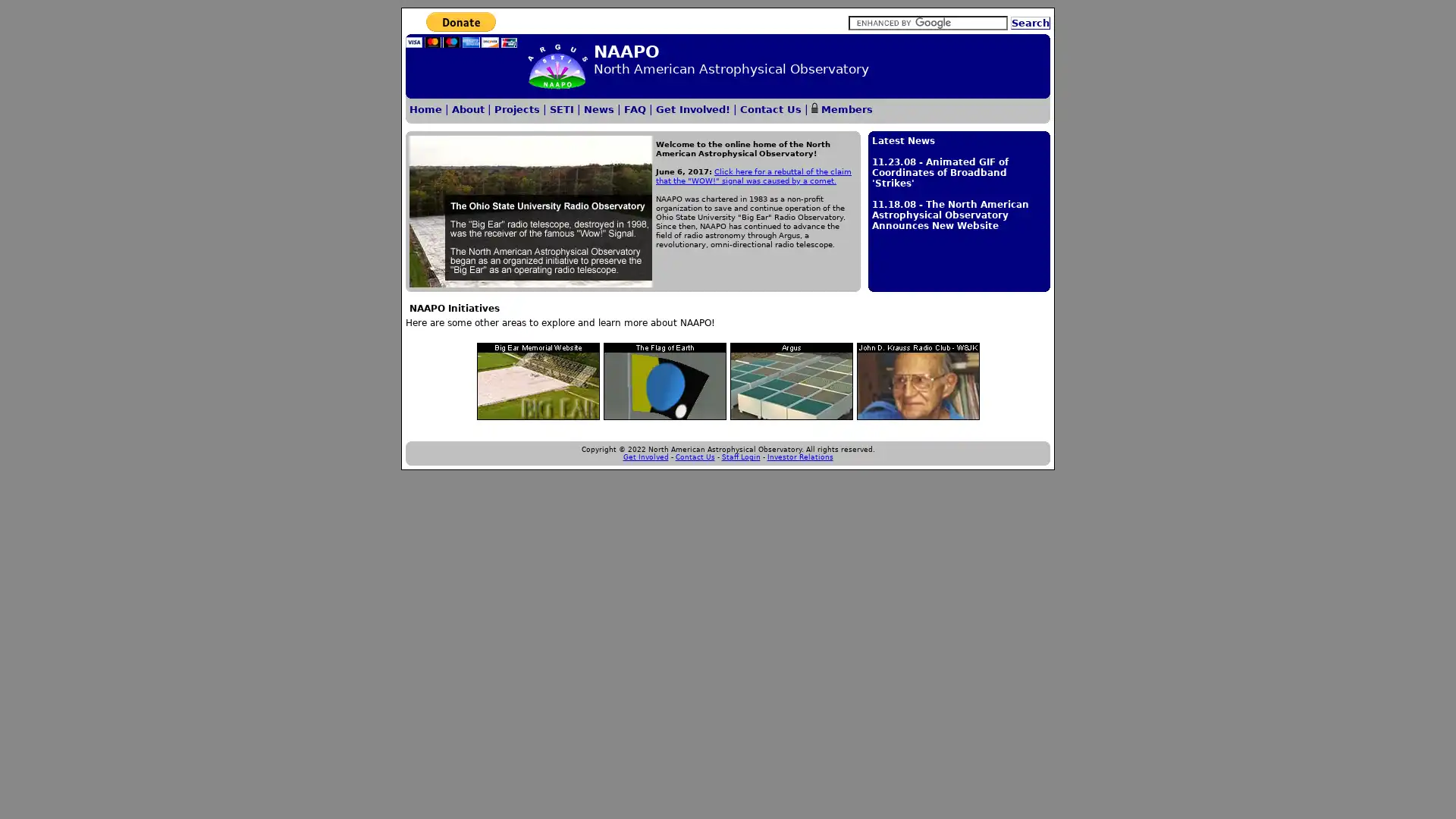 The height and width of the screenshot is (819, 1456). I want to click on Search, so click(1030, 23).